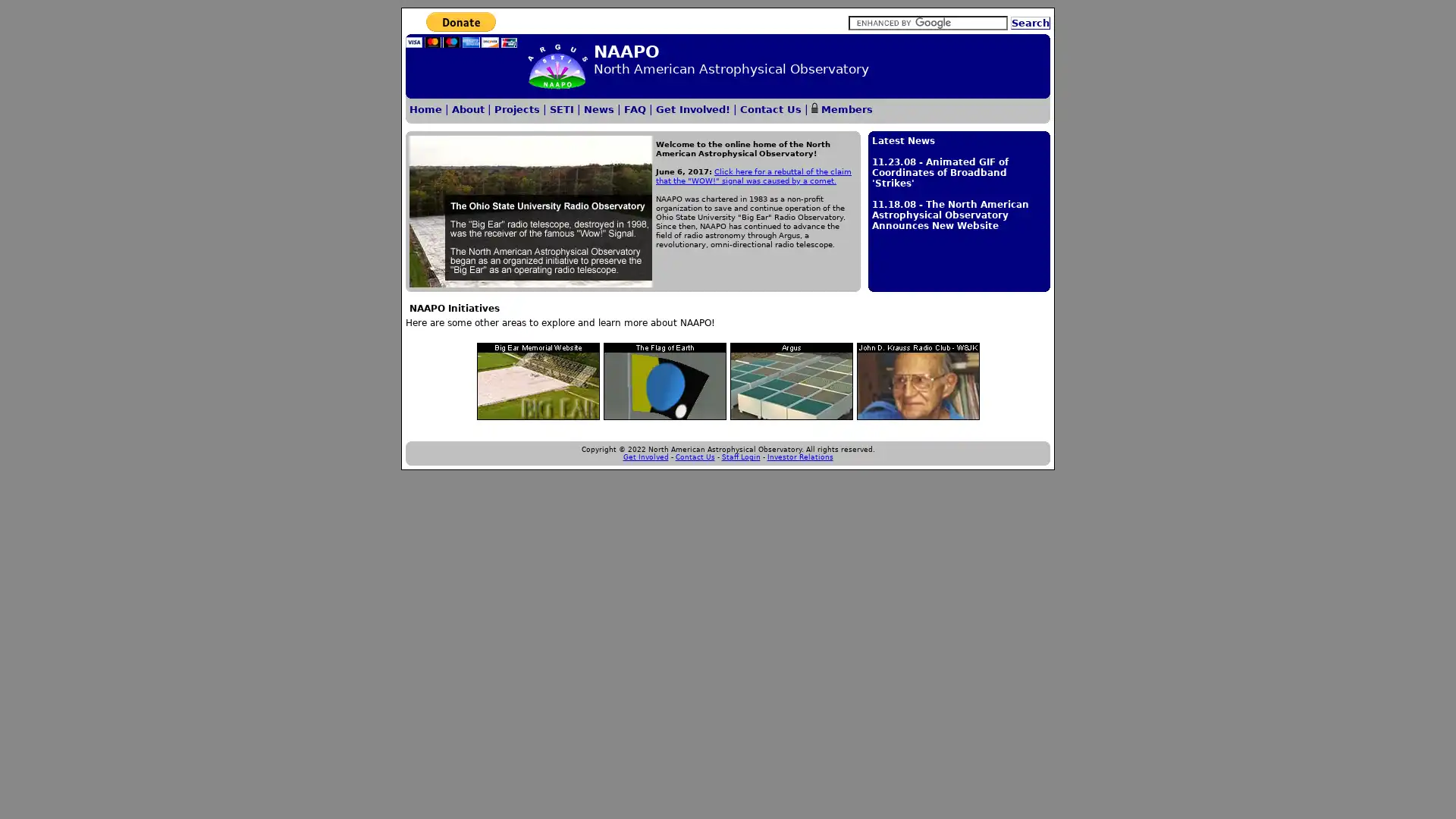 The height and width of the screenshot is (819, 1456). I want to click on Search, so click(1030, 23).